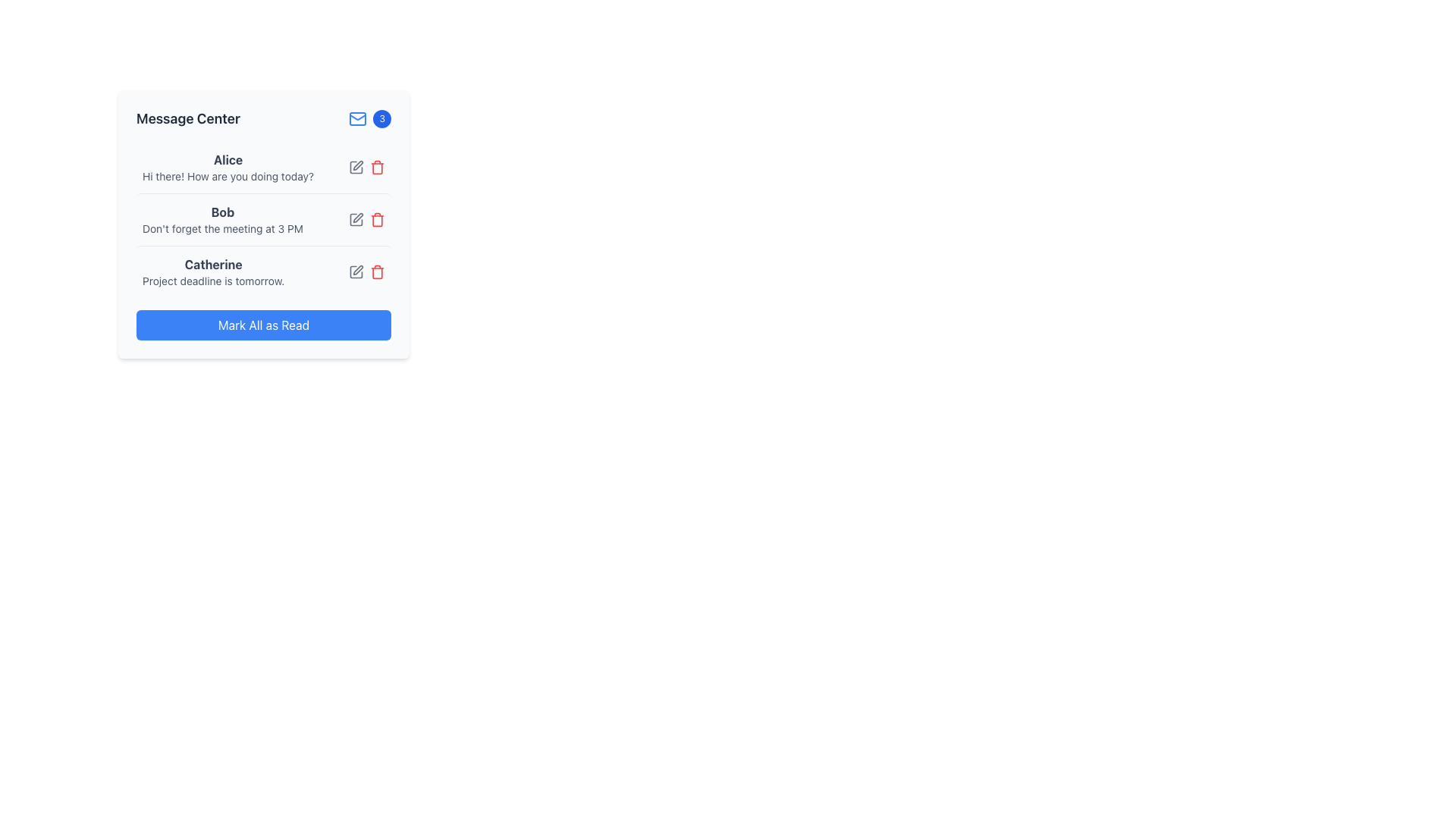 The width and height of the screenshot is (1456, 819). What do you see at coordinates (357, 118) in the screenshot?
I see `the blue mail icon, which is an envelope located in the top-right quadrant of the 'Message Center' header, to the left of the notification badge displaying the number '3'` at bounding box center [357, 118].